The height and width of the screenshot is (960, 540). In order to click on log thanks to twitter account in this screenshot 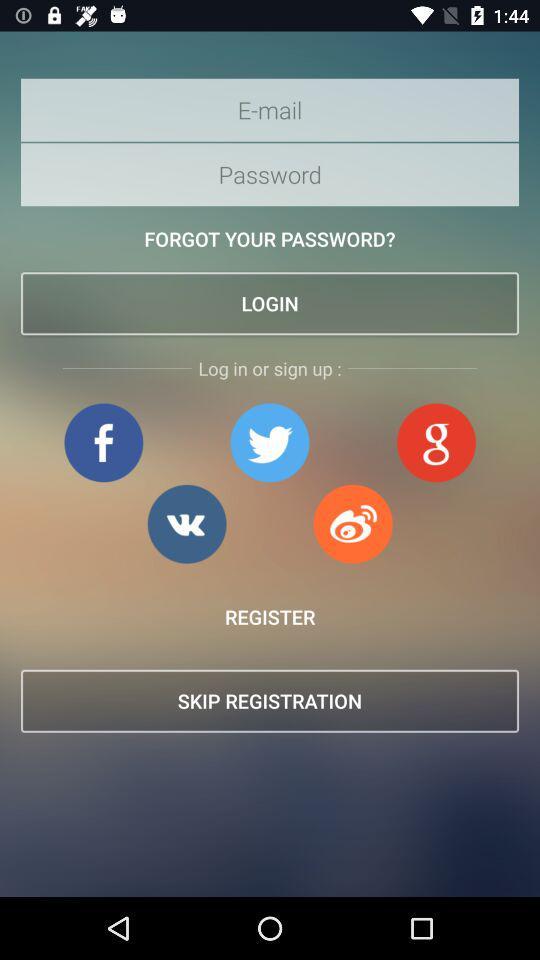, I will do `click(269, 442)`.